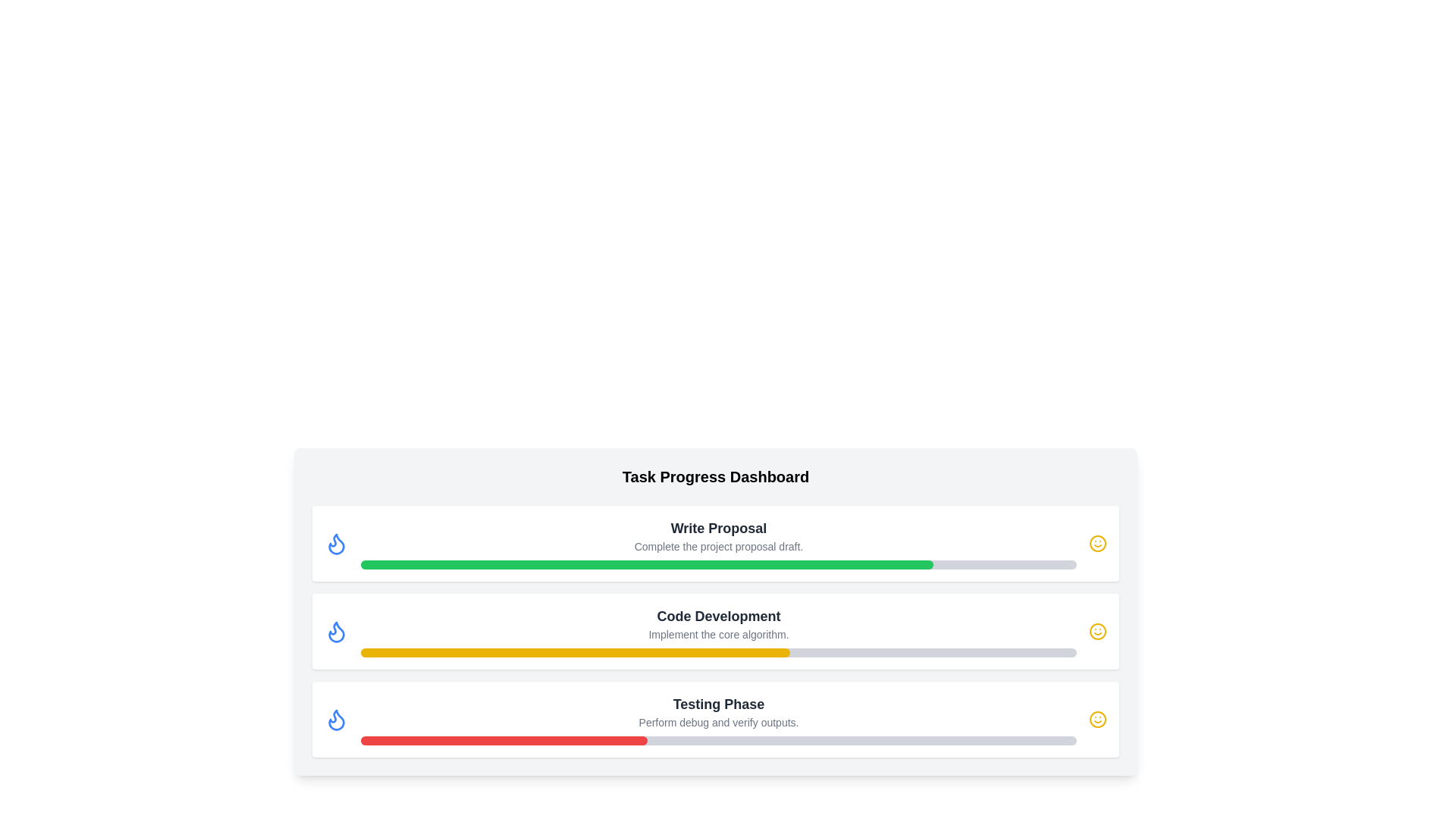 This screenshot has width=1456, height=819. Describe the element at coordinates (1098, 632) in the screenshot. I see `the central circular component of the smiley face icon, which is part of an SVG image located in the visual task progress section` at that location.